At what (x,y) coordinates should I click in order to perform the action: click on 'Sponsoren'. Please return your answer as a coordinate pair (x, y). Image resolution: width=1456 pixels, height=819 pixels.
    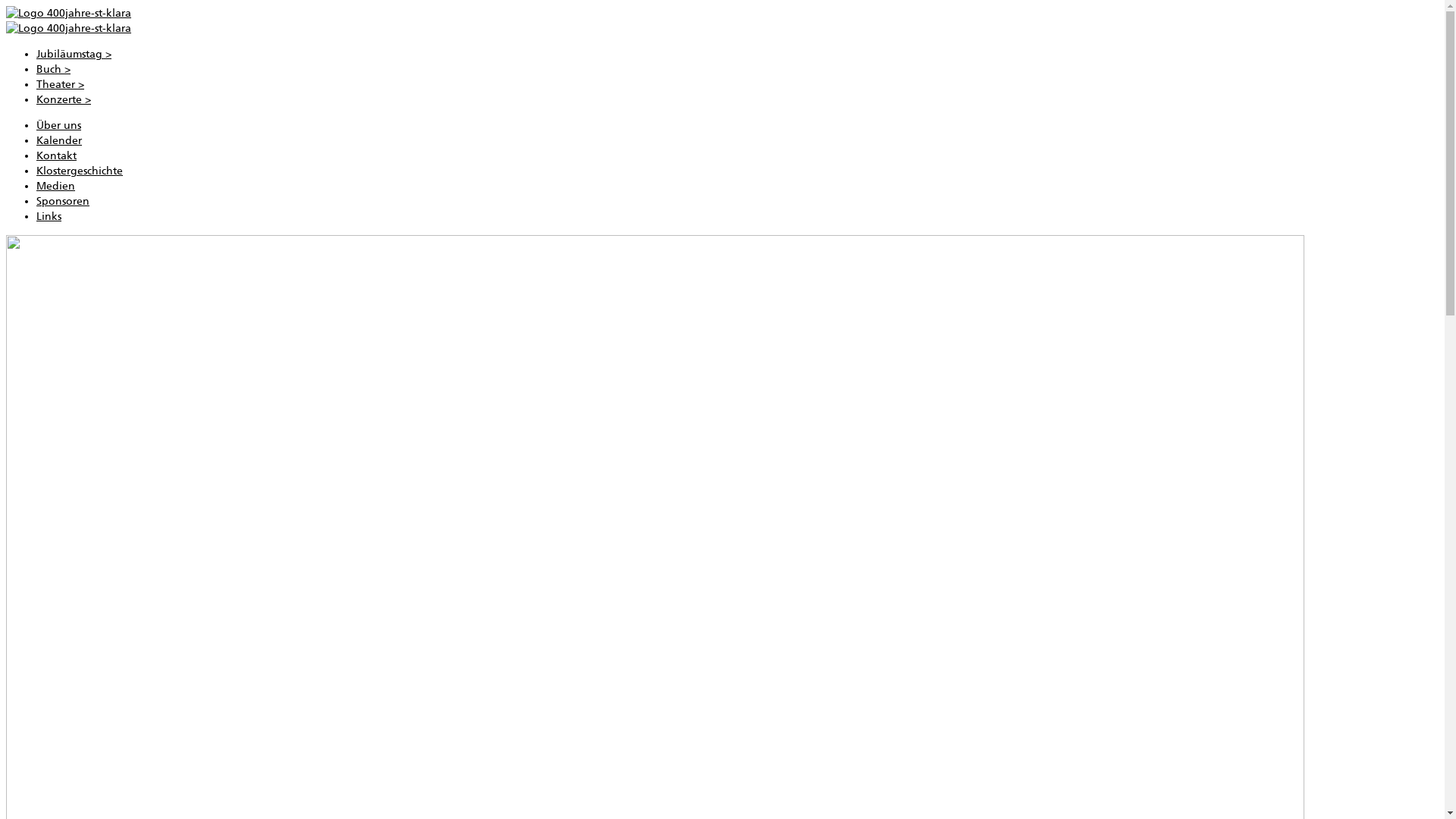
    Looking at the image, I should click on (61, 200).